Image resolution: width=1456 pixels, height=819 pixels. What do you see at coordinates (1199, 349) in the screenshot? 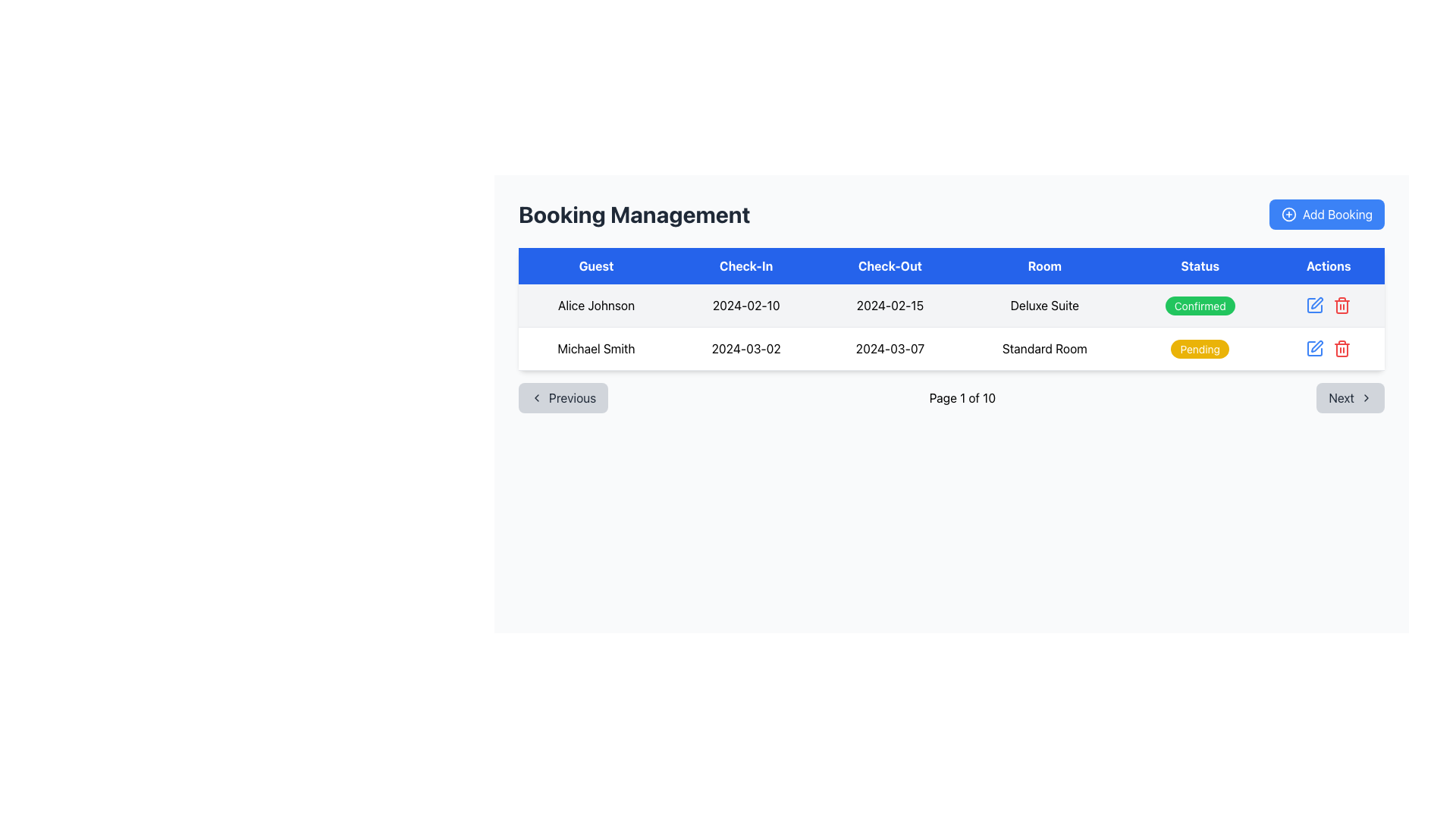
I see `the 'Pending' status badge, which is a rounded yellow badge with white text, located in the 'Status' column of the second row in the table` at bounding box center [1199, 349].